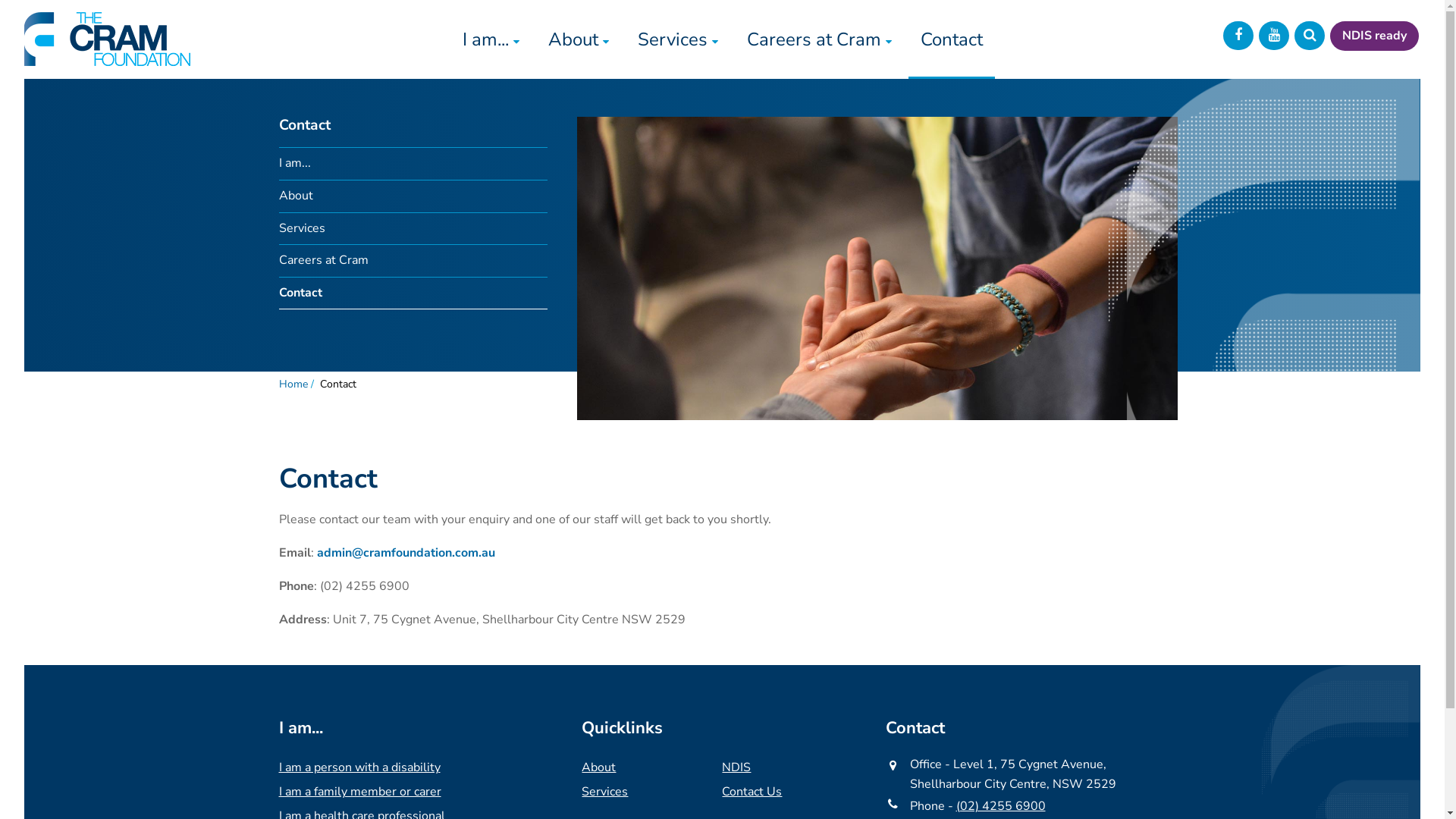 This screenshot has width=1456, height=819. What do you see at coordinates (1001, 805) in the screenshot?
I see `'(02) 4255 6900'` at bounding box center [1001, 805].